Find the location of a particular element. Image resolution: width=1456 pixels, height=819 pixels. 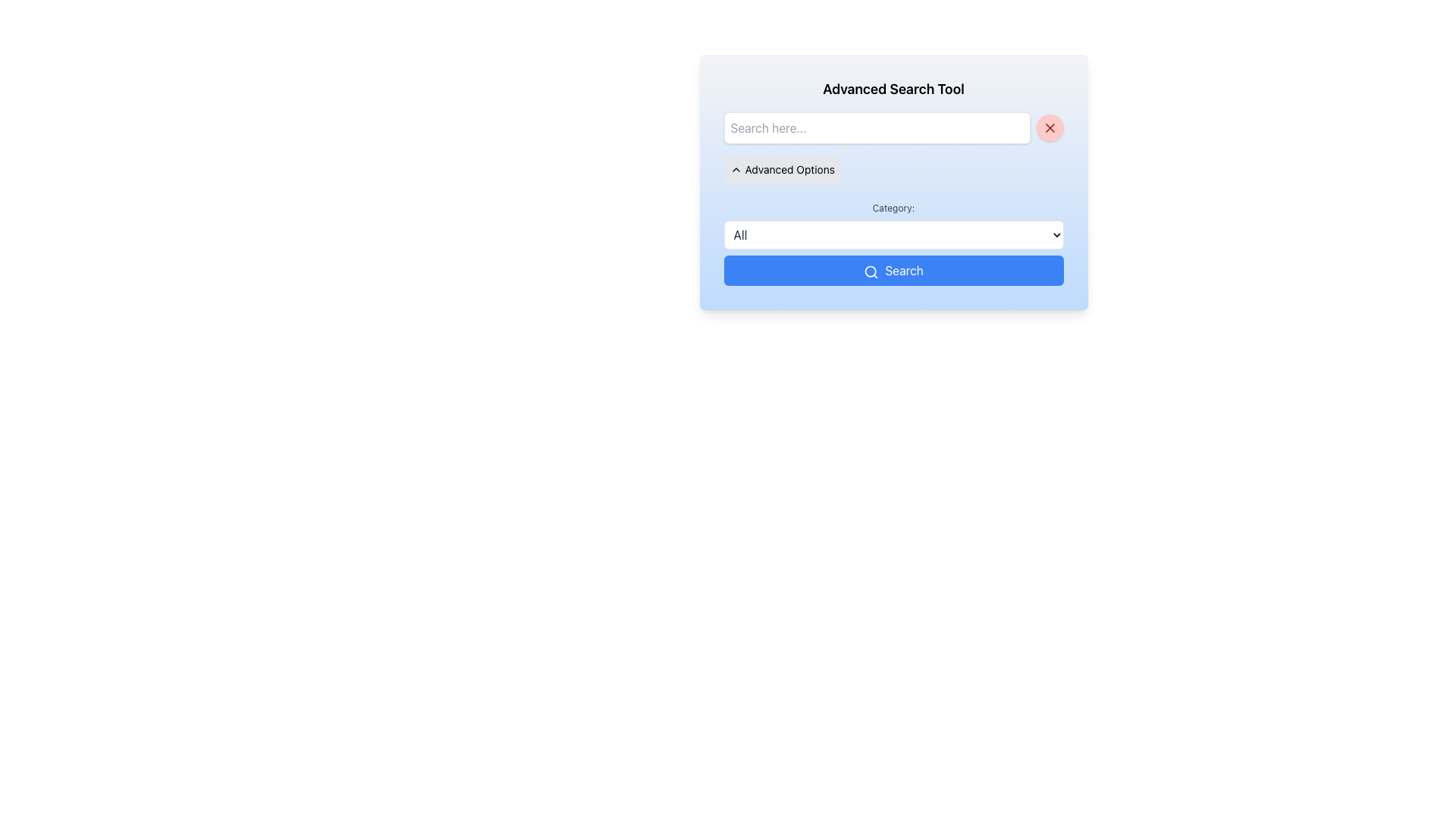

the 'Search' button which contains the circular magnifying glass icon, located at the center-bottom of the interface is located at coordinates (871, 271).